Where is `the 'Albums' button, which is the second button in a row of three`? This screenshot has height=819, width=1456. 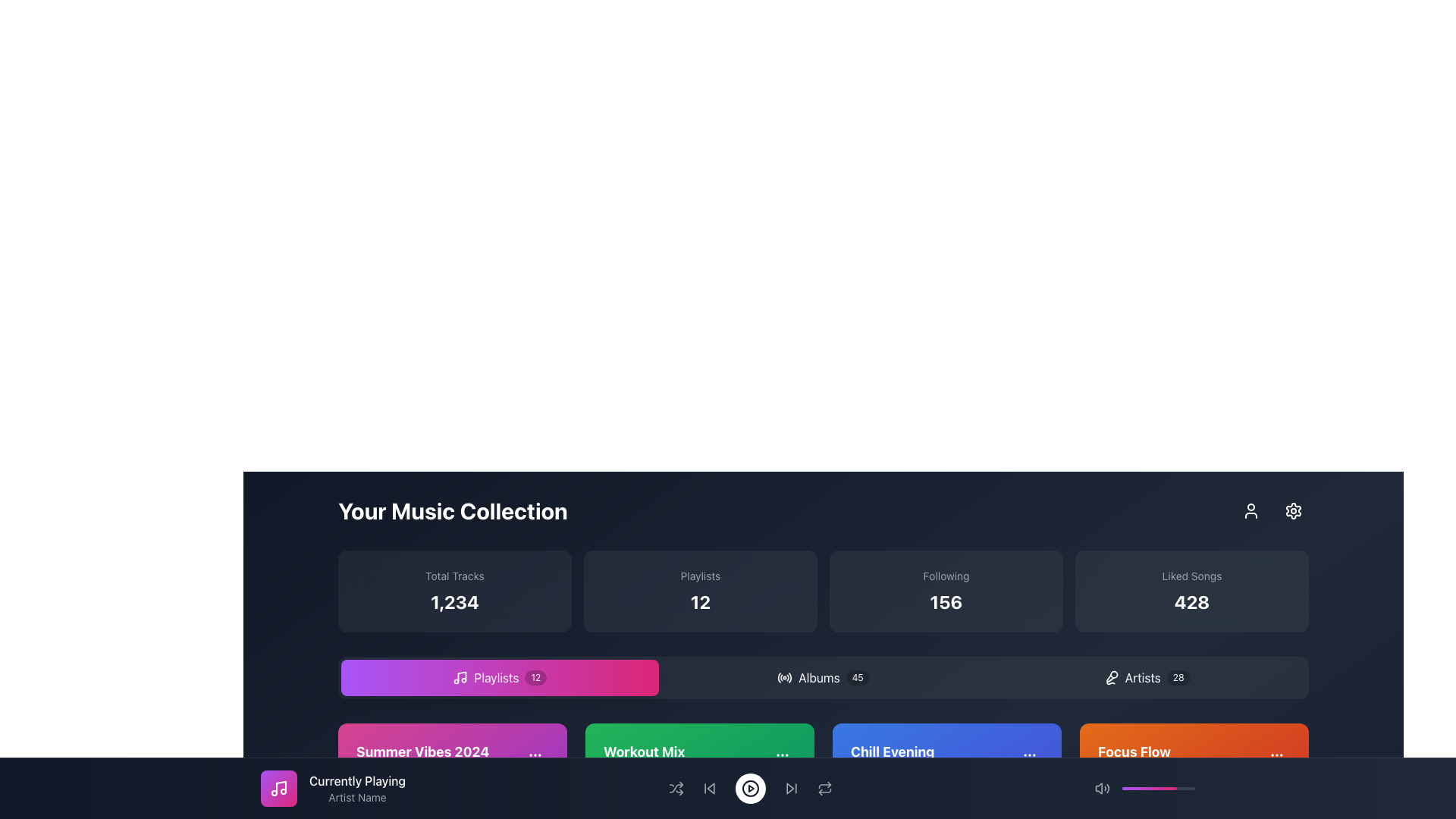 the 'Albums' button, which is the second button in a row of three is located at coordinates (822, 677).